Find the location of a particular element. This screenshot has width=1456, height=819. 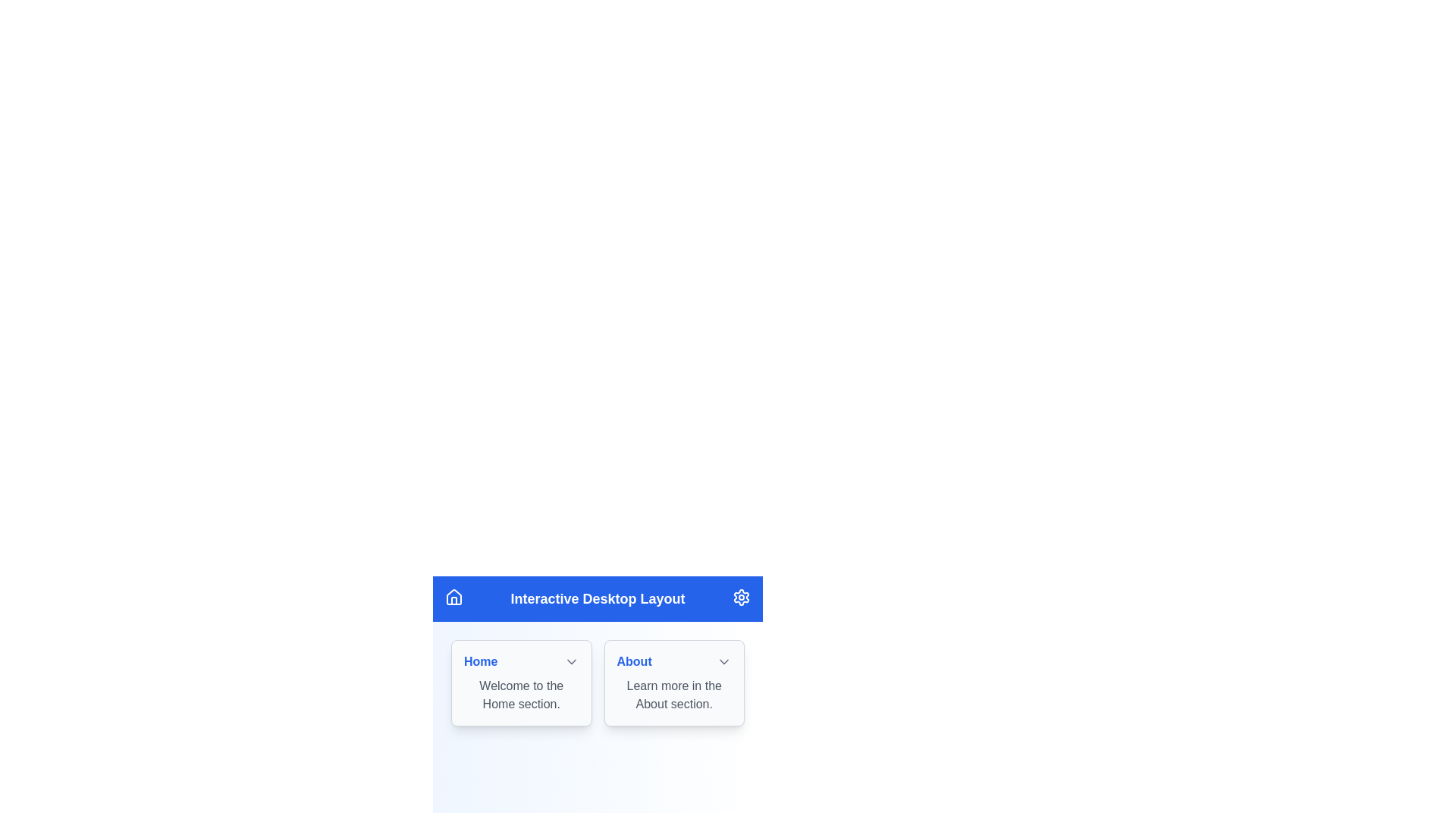

the second informational card in the grid, which provides an overview of the 'About' section of the application is located at coordinates (673, 683).